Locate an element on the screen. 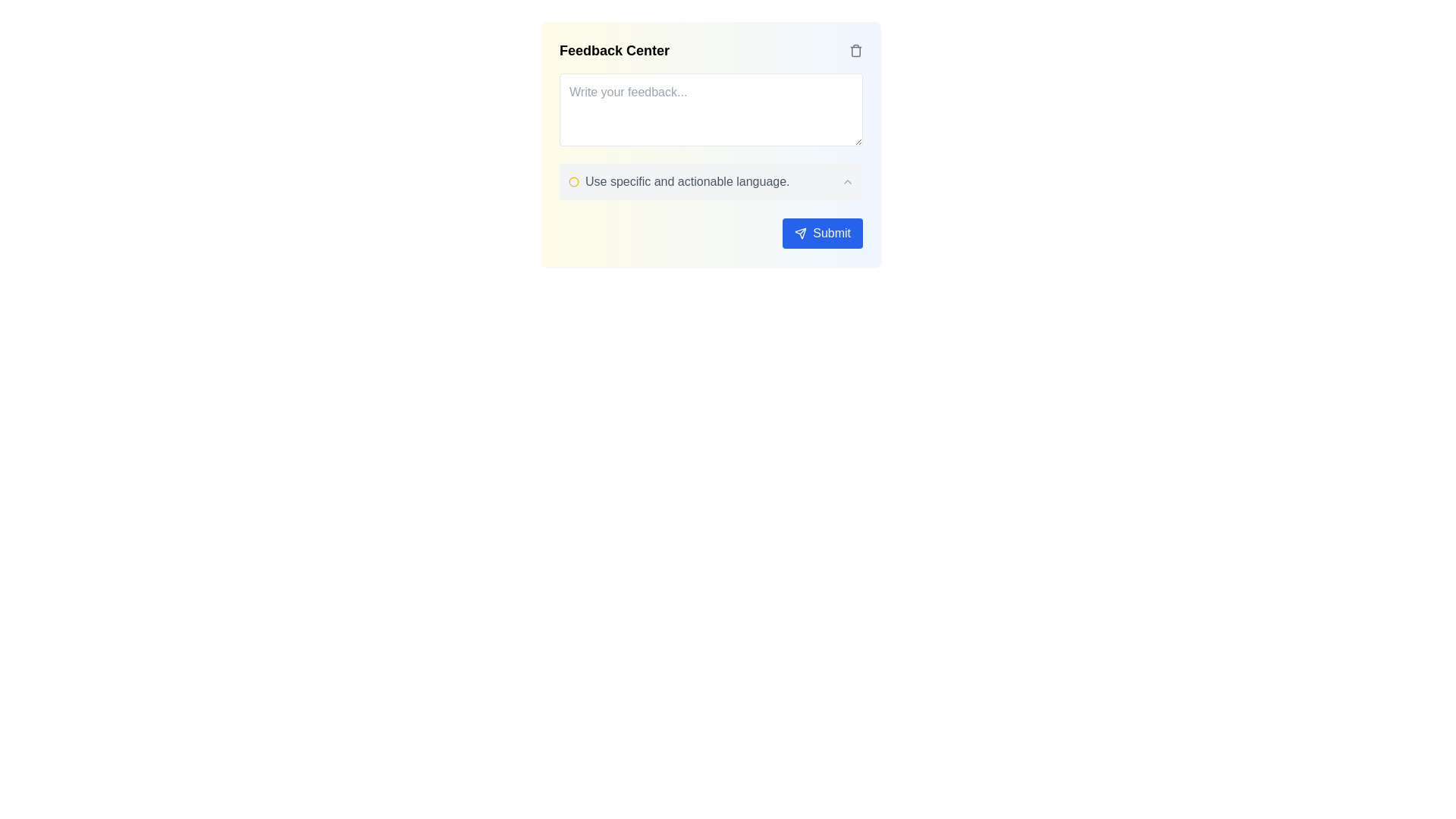 The image size is (1456, 819). the submit button located in the bottom-right corner of the feedback form is located at coordinates (822, 234).